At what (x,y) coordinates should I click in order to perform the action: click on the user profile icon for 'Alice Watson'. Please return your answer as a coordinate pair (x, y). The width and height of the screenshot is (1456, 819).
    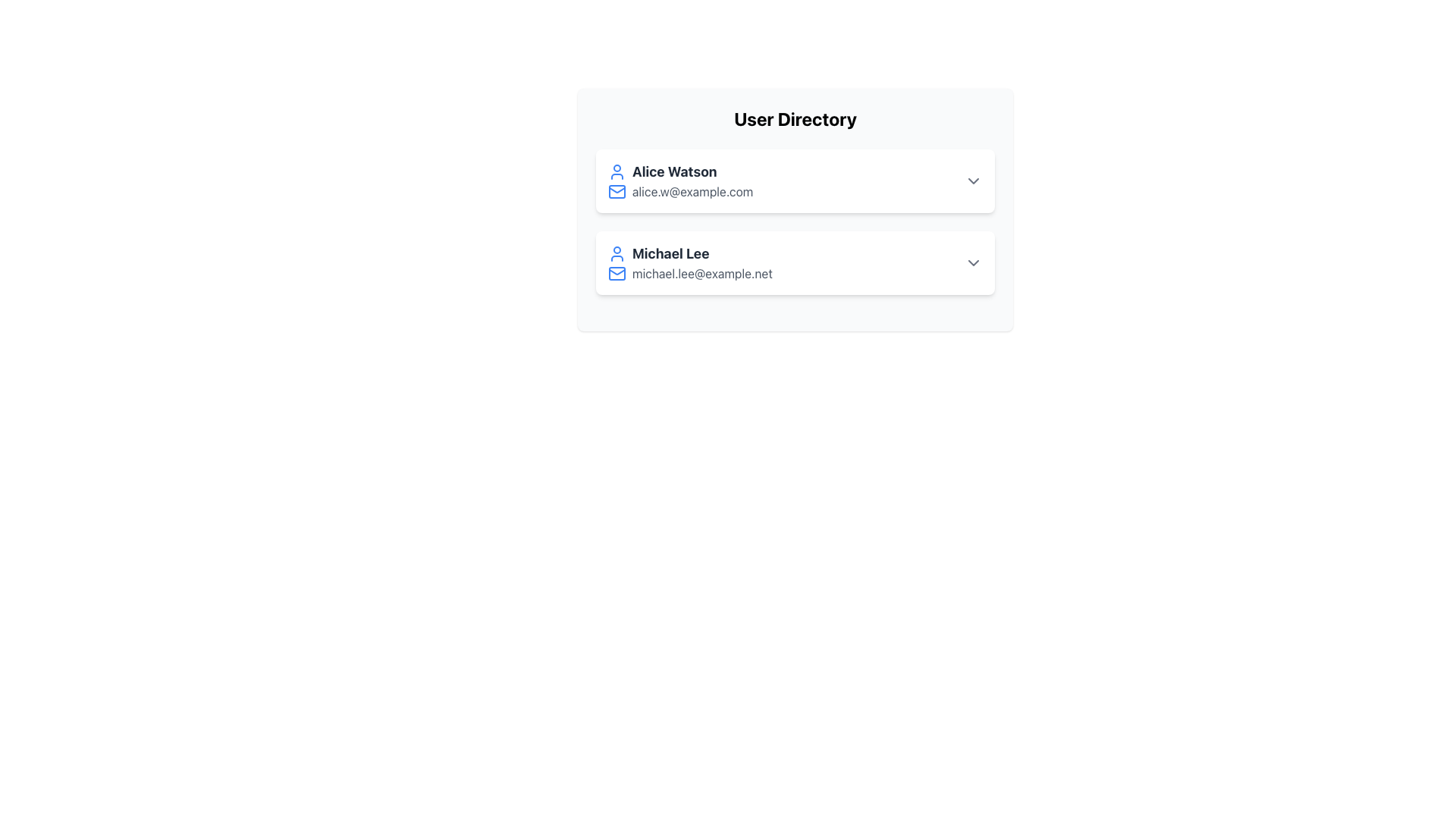
    Looking at the image, I should click on (617, 171).